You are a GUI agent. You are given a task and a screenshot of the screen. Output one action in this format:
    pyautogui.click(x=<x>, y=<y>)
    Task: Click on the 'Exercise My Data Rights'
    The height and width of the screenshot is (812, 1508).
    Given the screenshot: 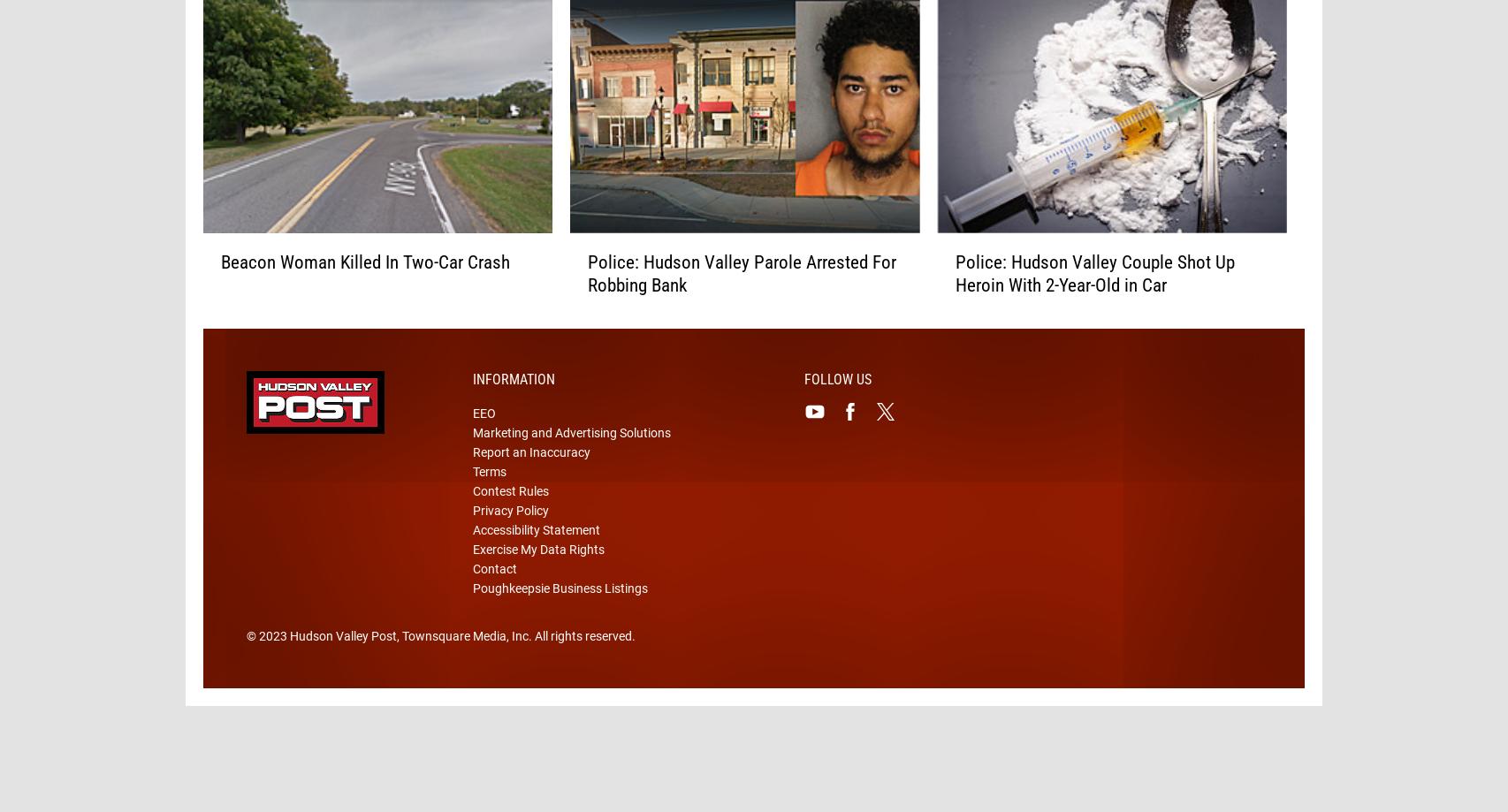 What is the action you would take?
    pyautogui.click(x=537, y=576)
    